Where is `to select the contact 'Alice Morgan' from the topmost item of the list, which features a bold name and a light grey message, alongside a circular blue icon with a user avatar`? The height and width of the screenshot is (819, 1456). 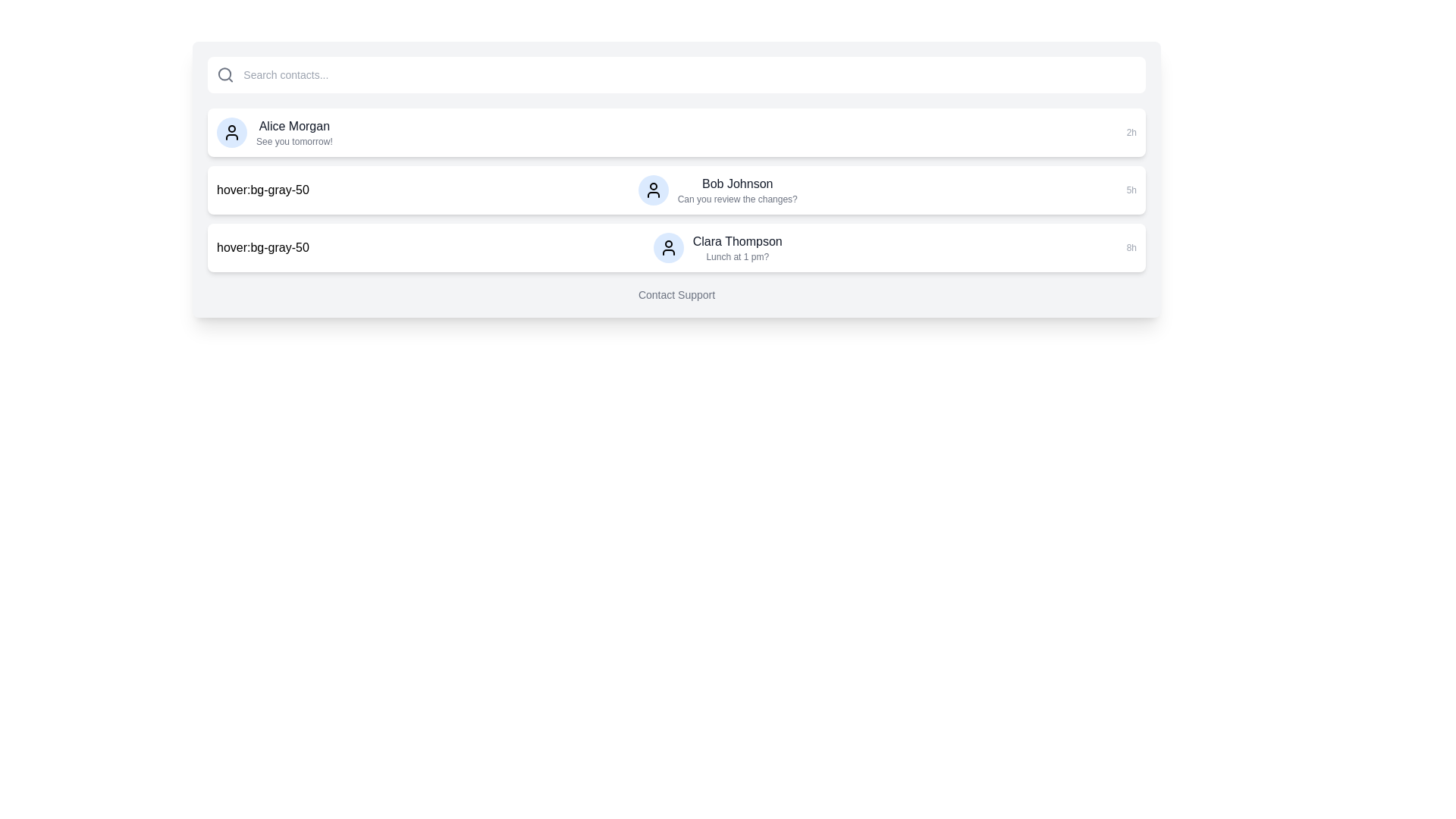
to select the contact 'Alice Morgan' from the topmost item of the list, which features a bold name and a light grey message, alongside a circular blue icon with a user avatar is located at coordinates (274, 131).